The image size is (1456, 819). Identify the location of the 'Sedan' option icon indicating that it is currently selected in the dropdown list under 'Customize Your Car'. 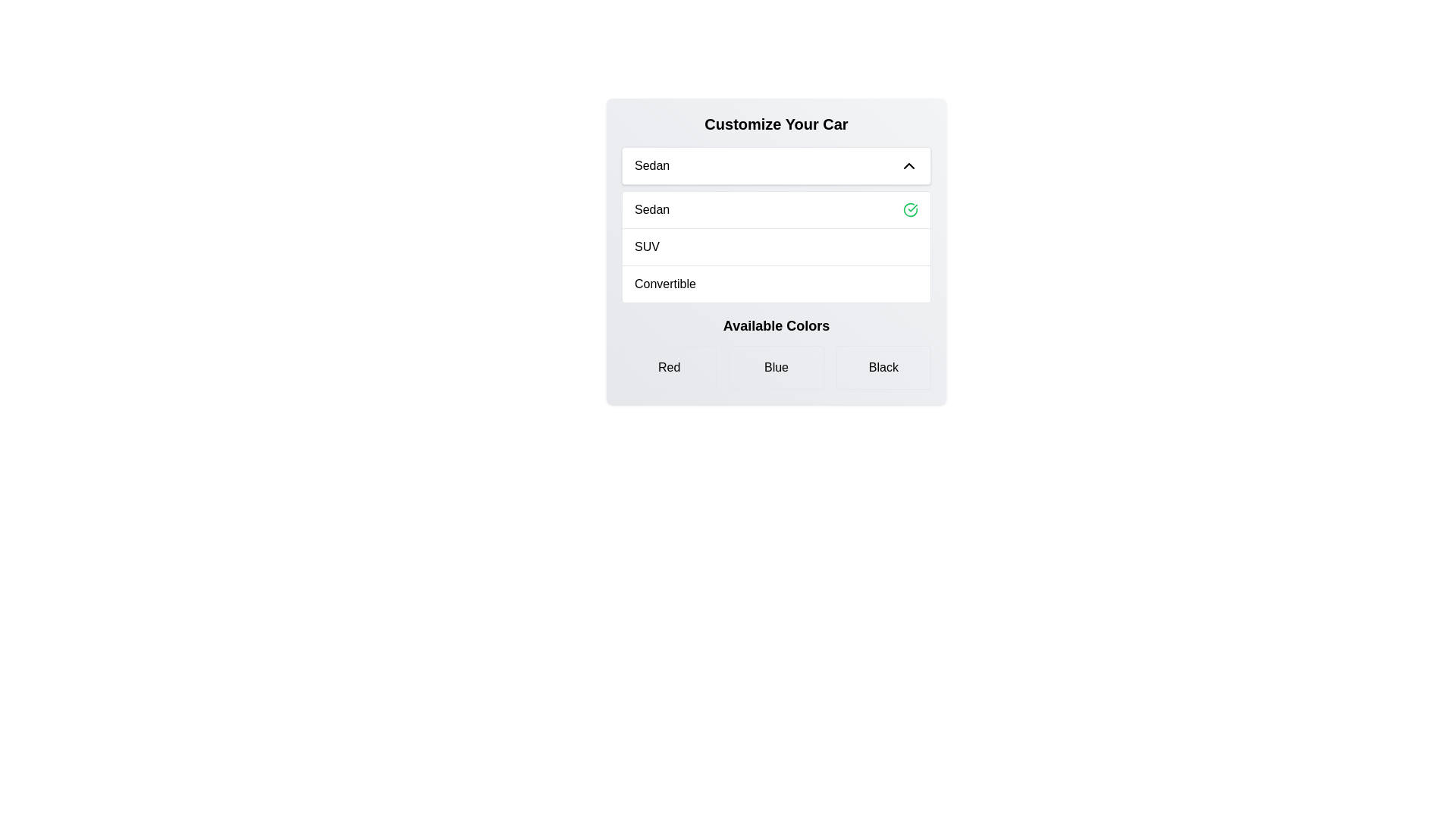
(910, 210).